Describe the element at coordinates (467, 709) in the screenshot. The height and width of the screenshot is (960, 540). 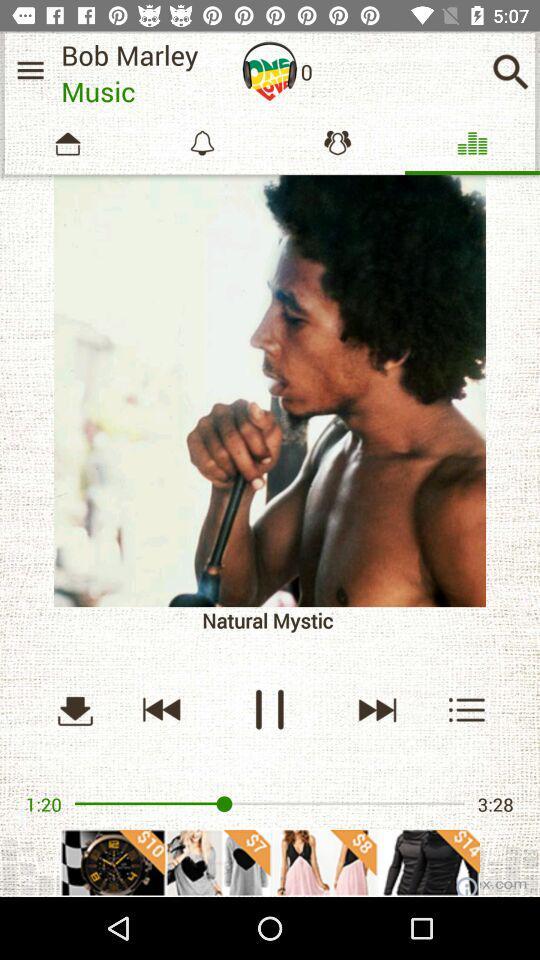
I see `search` at that location.